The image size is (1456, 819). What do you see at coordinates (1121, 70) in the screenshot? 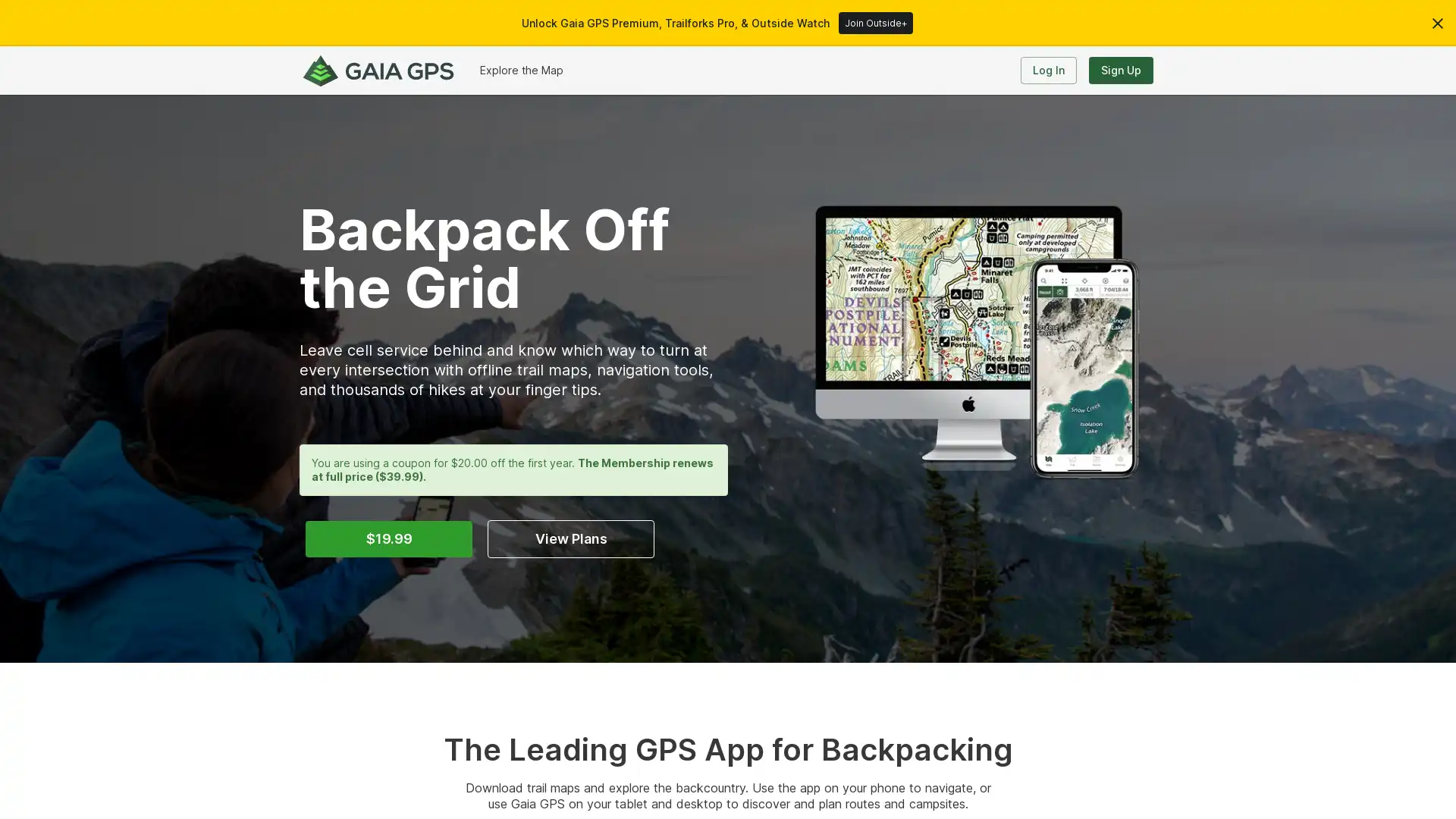
I see `Sign Up` at bounding box center [1121, 70].